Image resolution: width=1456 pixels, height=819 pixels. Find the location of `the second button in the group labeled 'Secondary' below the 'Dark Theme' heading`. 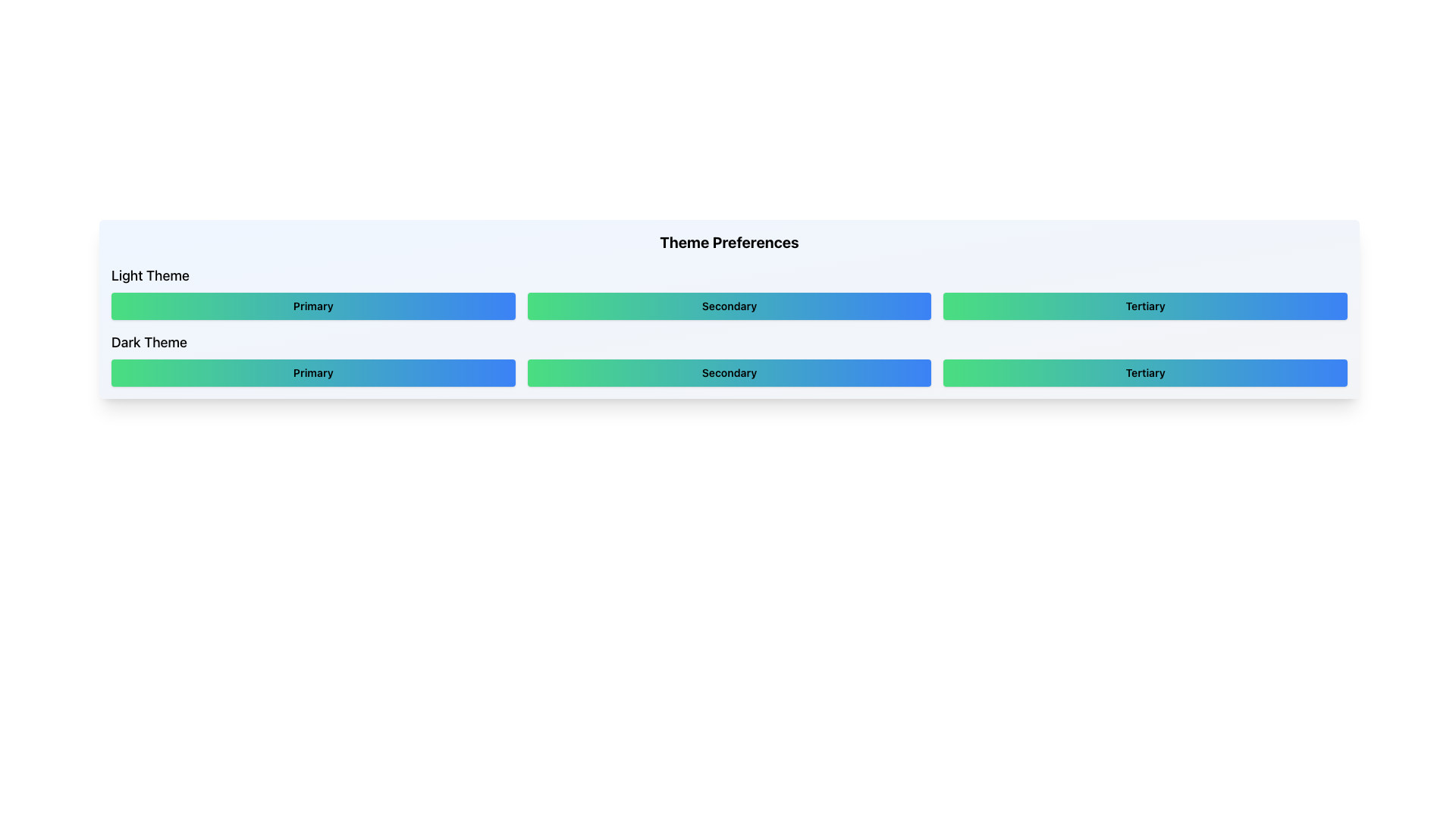

the second button in the group labeled 'Secondary' below the 'Dark Theme' heading is located at coordinates (729, 373).